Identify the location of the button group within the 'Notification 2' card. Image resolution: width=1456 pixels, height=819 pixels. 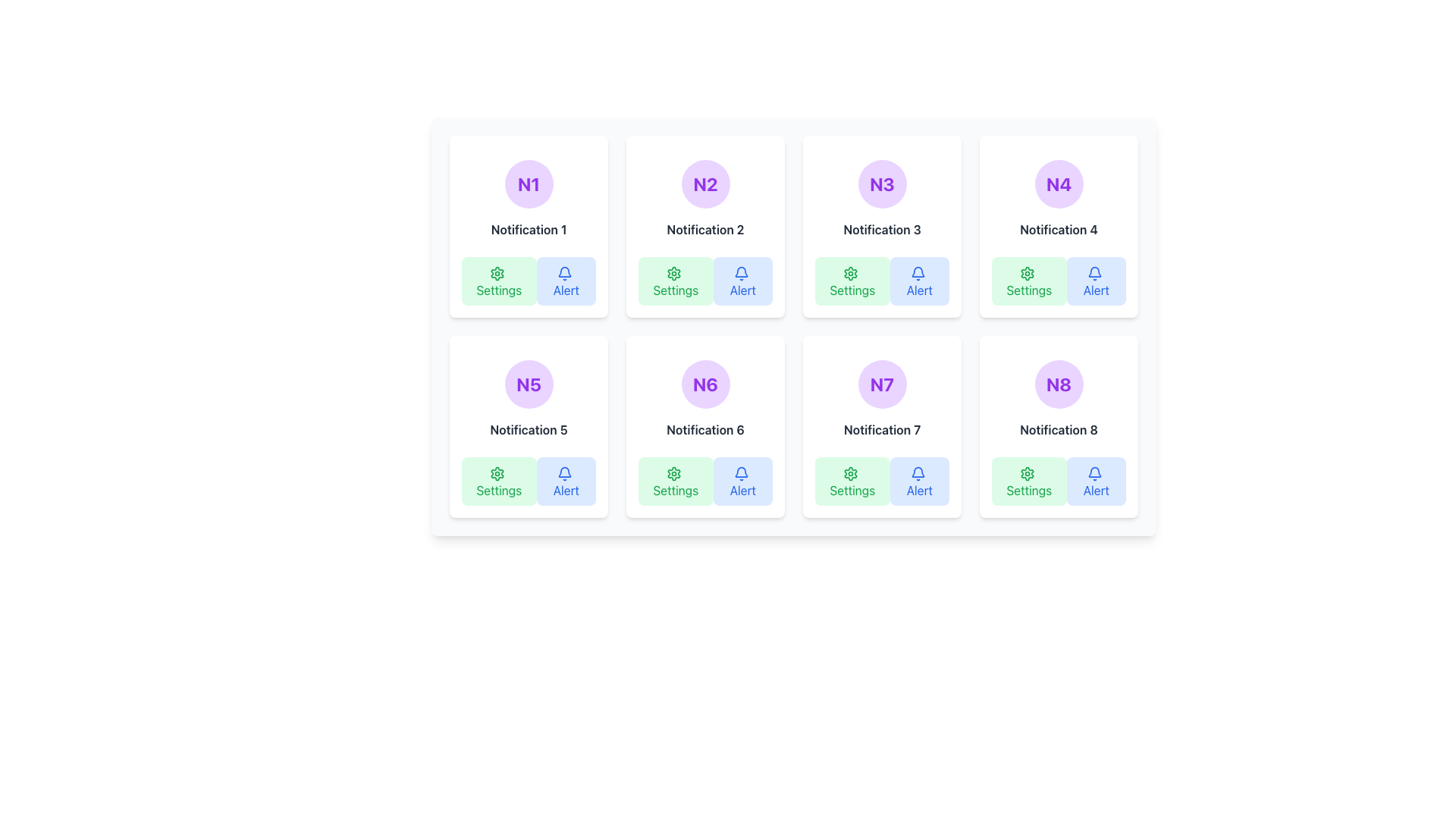
(704, 281).